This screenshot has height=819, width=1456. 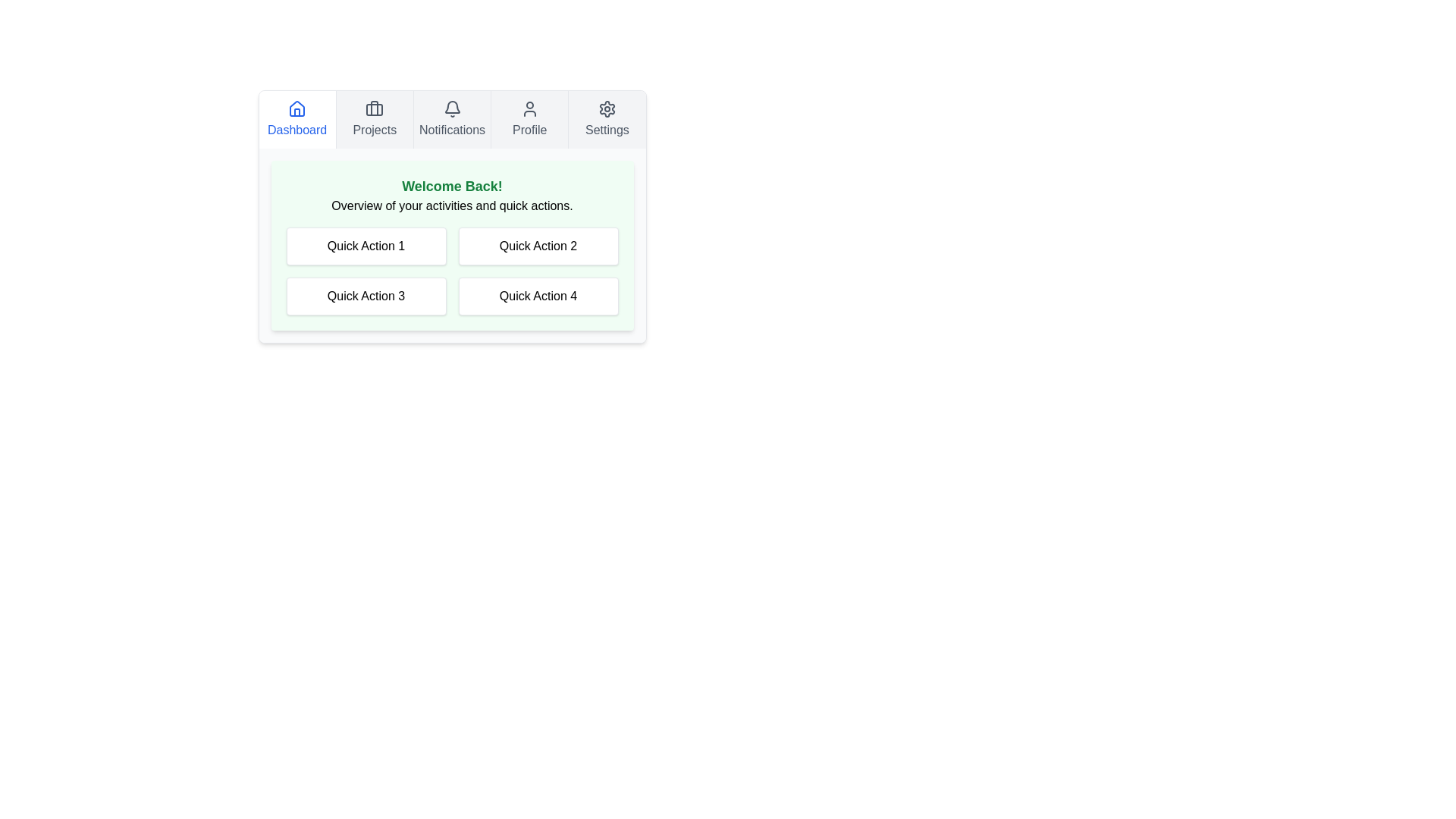 I want to click on the settings icon/button located at the top-right corner of the navigation bar, so click(x=607, y=108).